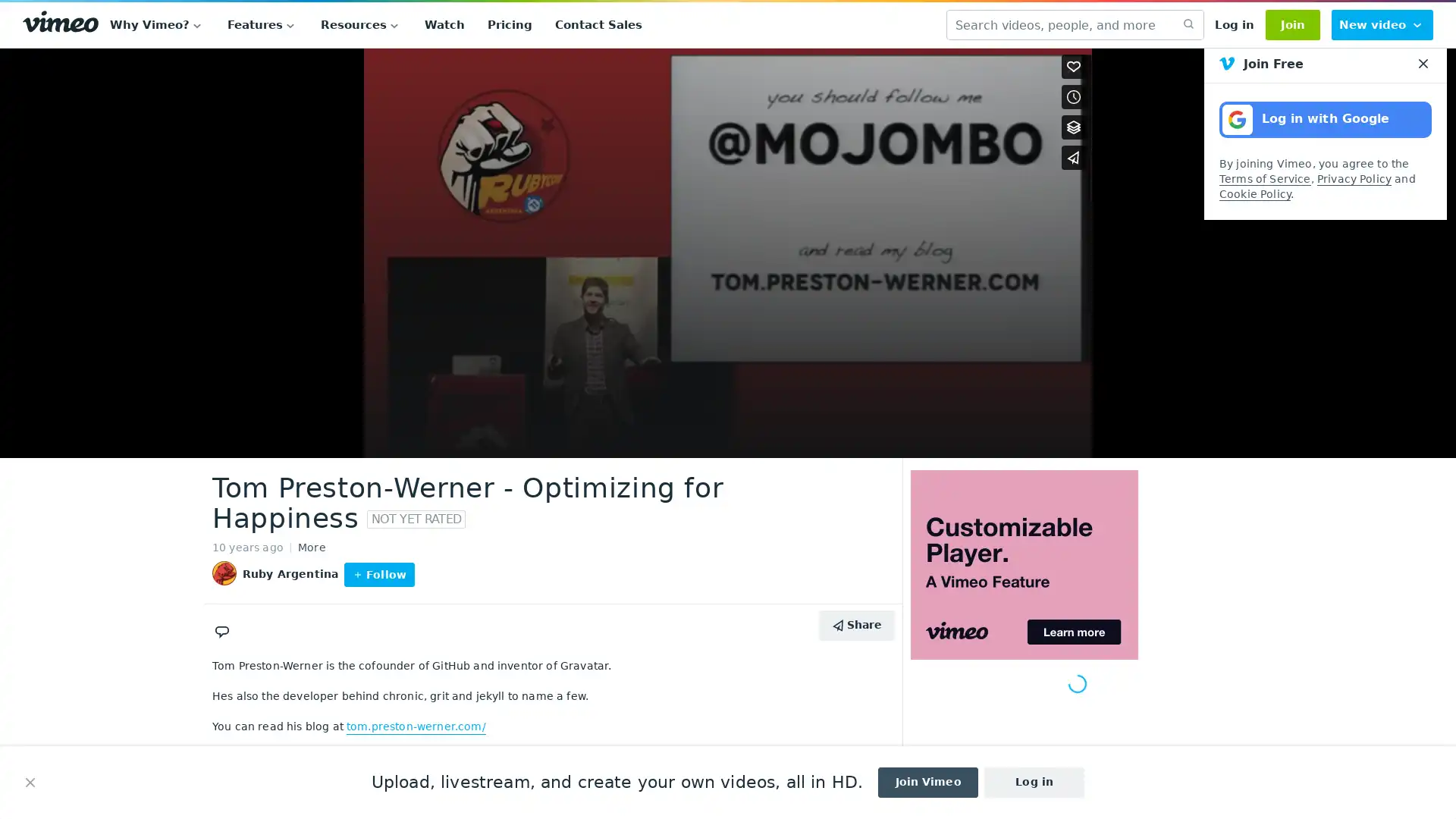 The width and height of the screenshot is (1456, 819). What do you see at coordinates (1382, 25) in the screenshot?
I see `New video` at bounding box center [1382, 25].